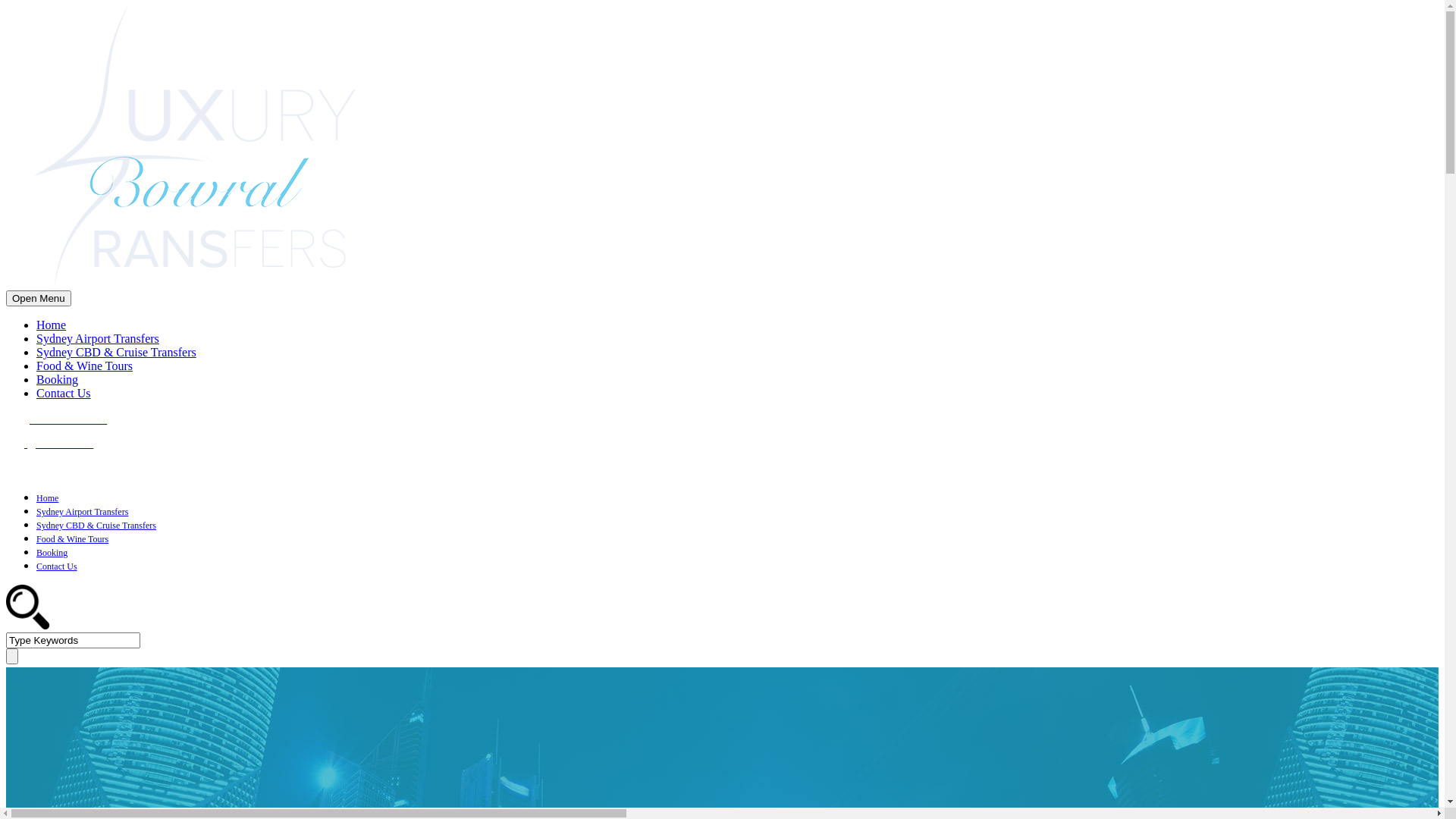 This screenshot has height=819, width=1456. I want to click on 'Food & Wine Tours', so click(71, 538).